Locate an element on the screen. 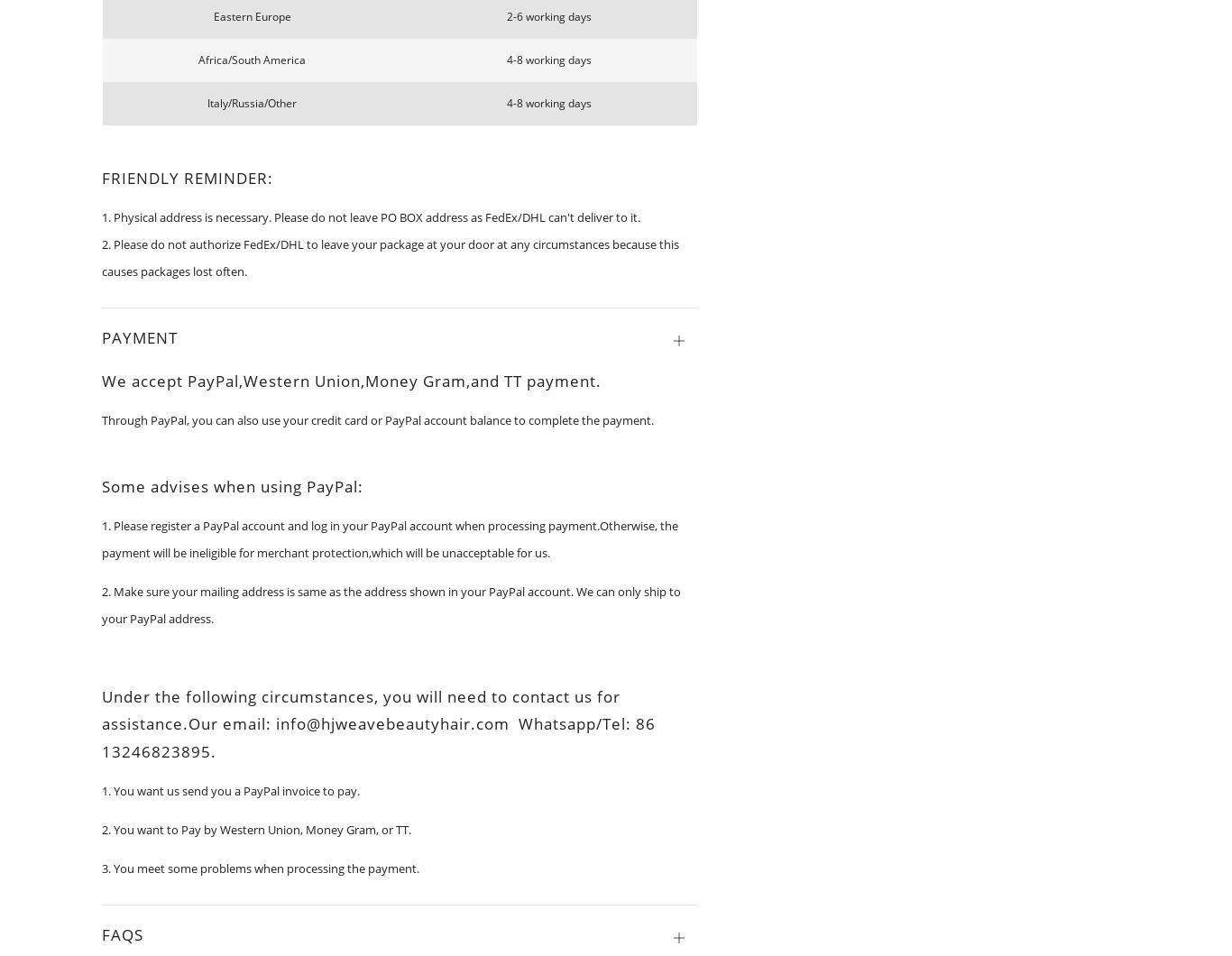 The width and height of the screenshot is (1232, 956). '1. You want us send you a PayPal invoice to pay.' is located at coordinates (230, 789).